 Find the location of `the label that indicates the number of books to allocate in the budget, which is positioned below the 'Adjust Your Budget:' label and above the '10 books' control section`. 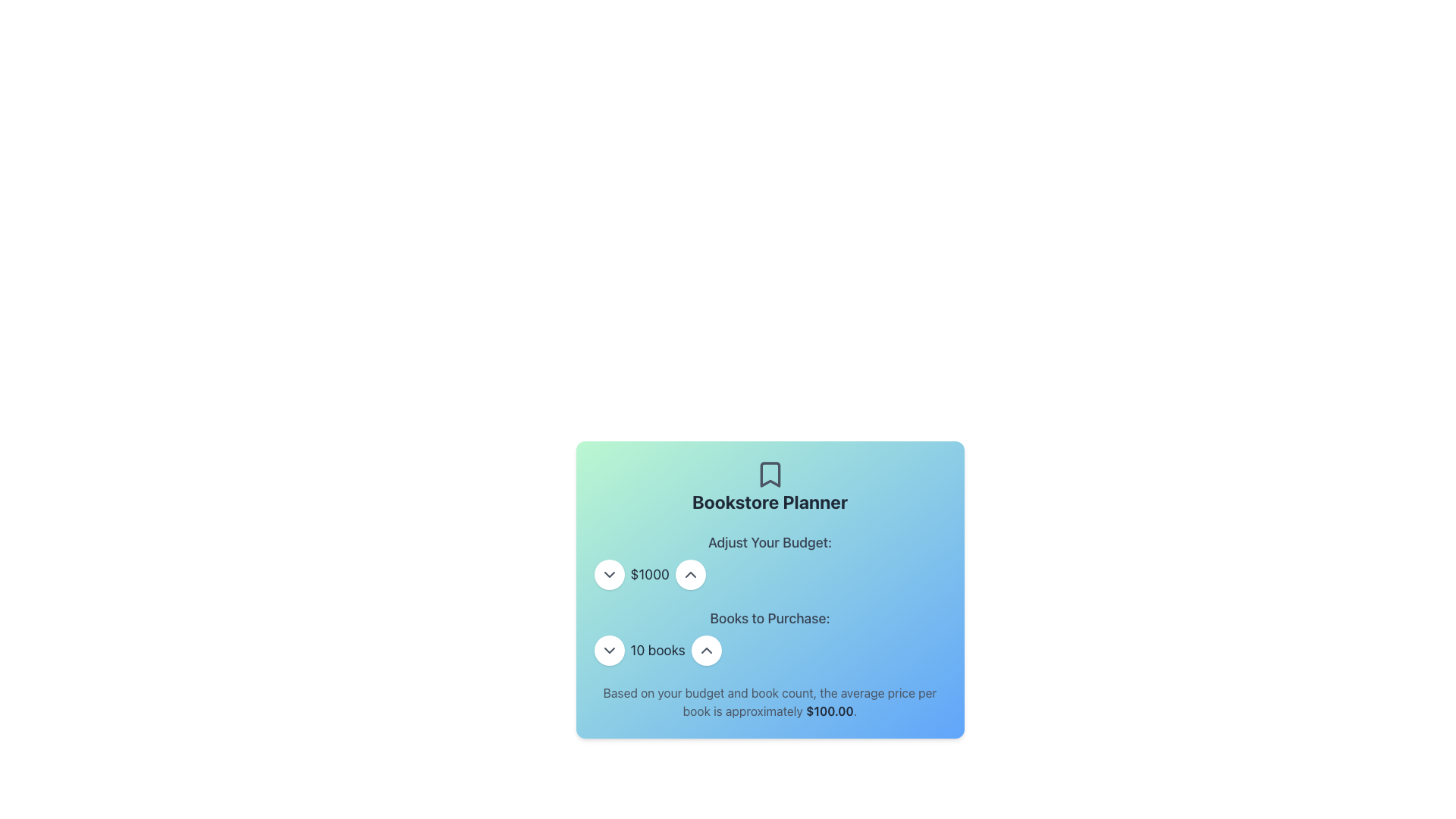

the label that indicates the number of books to allocate in the budget, which is positioned below the 'Adjust Your Budget:' label and above the '10 books' control section is located at coordinates (770, 619).